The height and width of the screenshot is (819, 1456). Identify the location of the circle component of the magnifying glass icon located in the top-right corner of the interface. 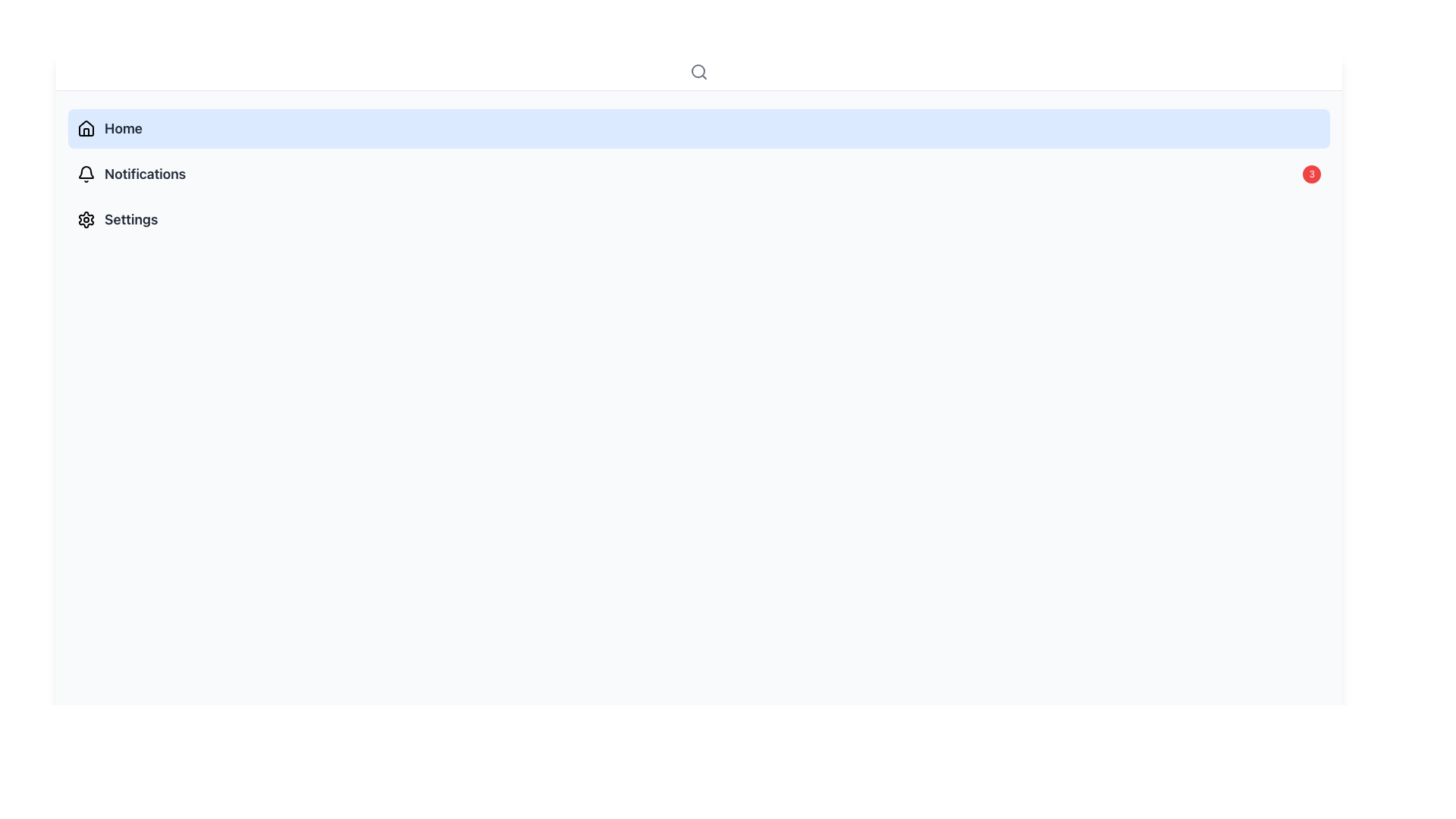
(698, 71).